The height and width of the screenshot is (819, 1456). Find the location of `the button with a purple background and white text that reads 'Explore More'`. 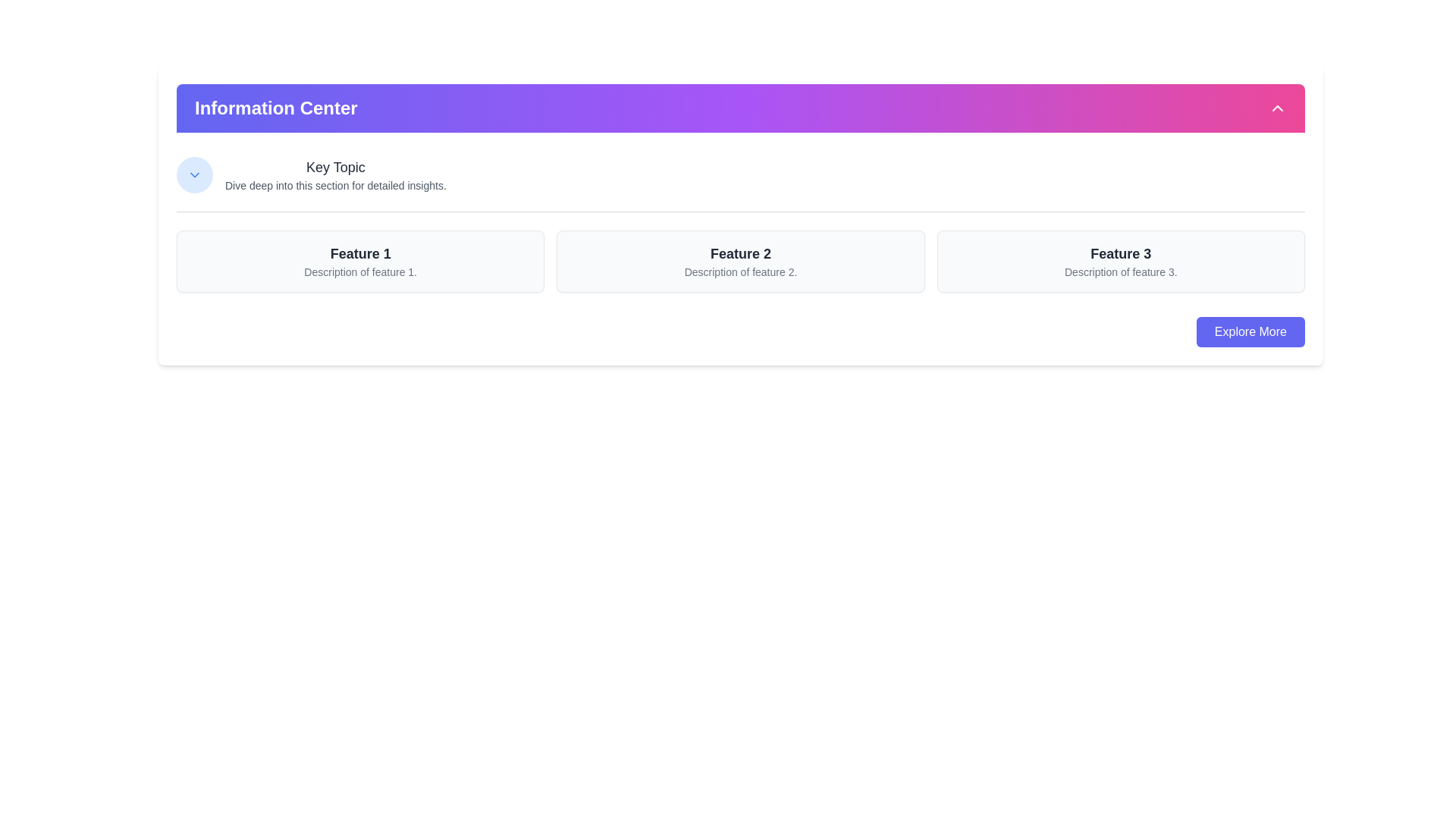

the button with a purple background and white text that reads 'Explore More' is located at coordinates (1250, 331).